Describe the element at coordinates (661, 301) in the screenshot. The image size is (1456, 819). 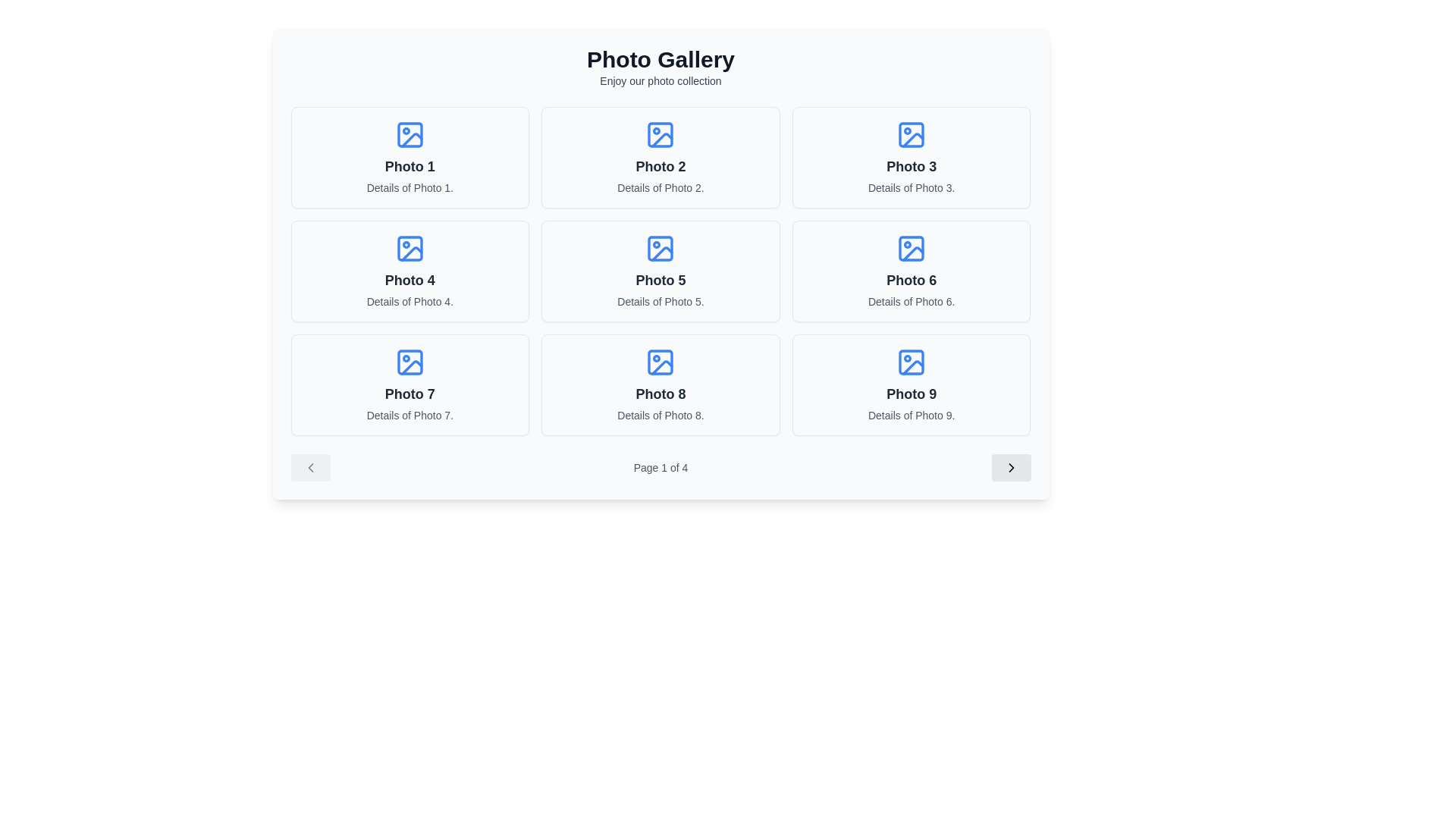
I see `the text label that provides additional information about 'Photo 5', located in the second row of a three-row, three-column grid layout` at that location.